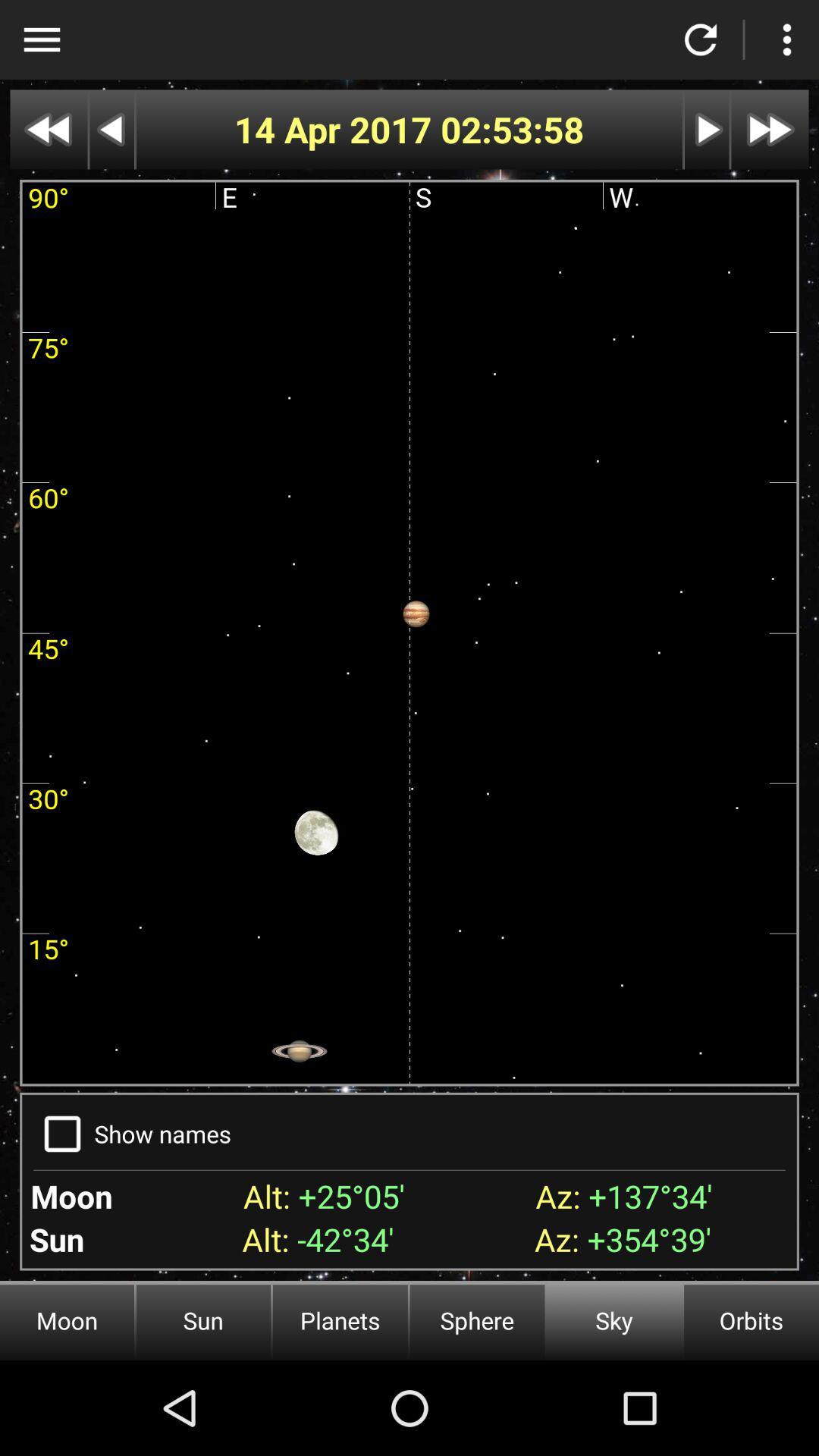 This screenshot has height=1456, width=819. What do you see at coordinates (786, 39) in the screenshot?
I see `a new menu` at bounding box center [786, 39].